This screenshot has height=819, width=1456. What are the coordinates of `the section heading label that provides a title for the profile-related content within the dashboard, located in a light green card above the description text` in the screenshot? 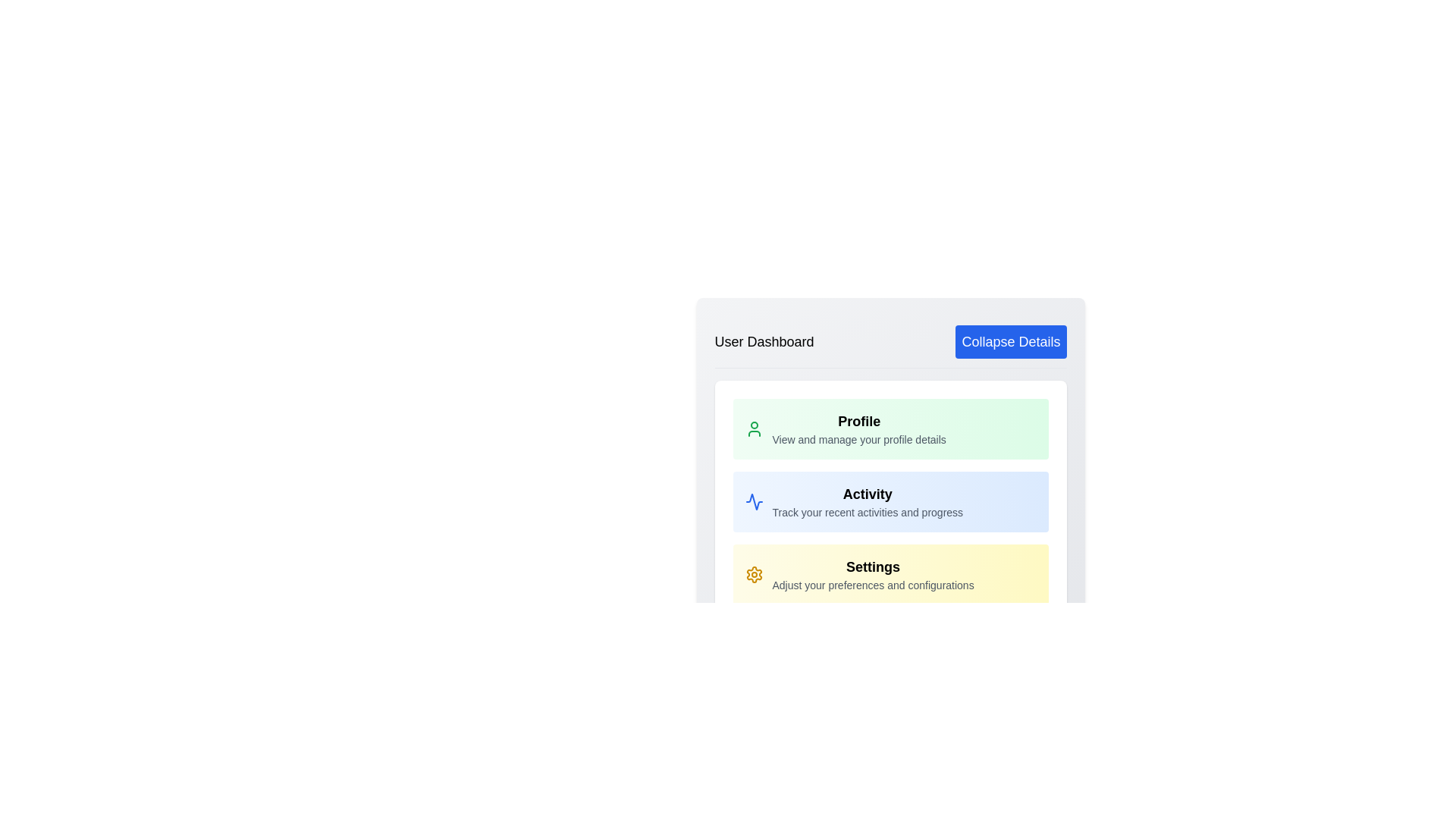 It's located at (859, 421).